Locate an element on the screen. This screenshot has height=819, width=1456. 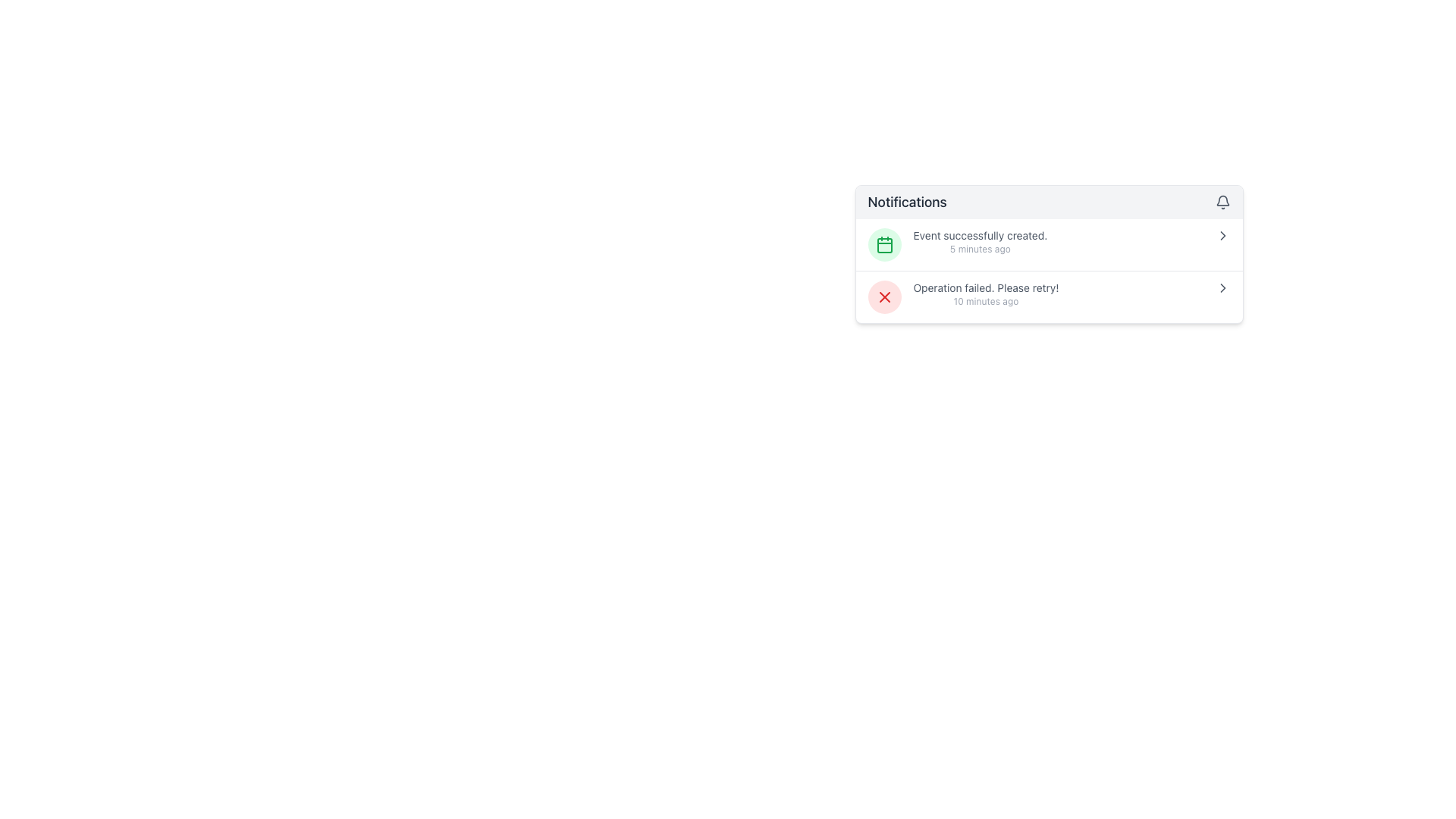
the red error icon located to the left of the notification message 'Operation failed. Please retry!' in the second notification entry of the notifications panel is located at coordinates (884, 297).